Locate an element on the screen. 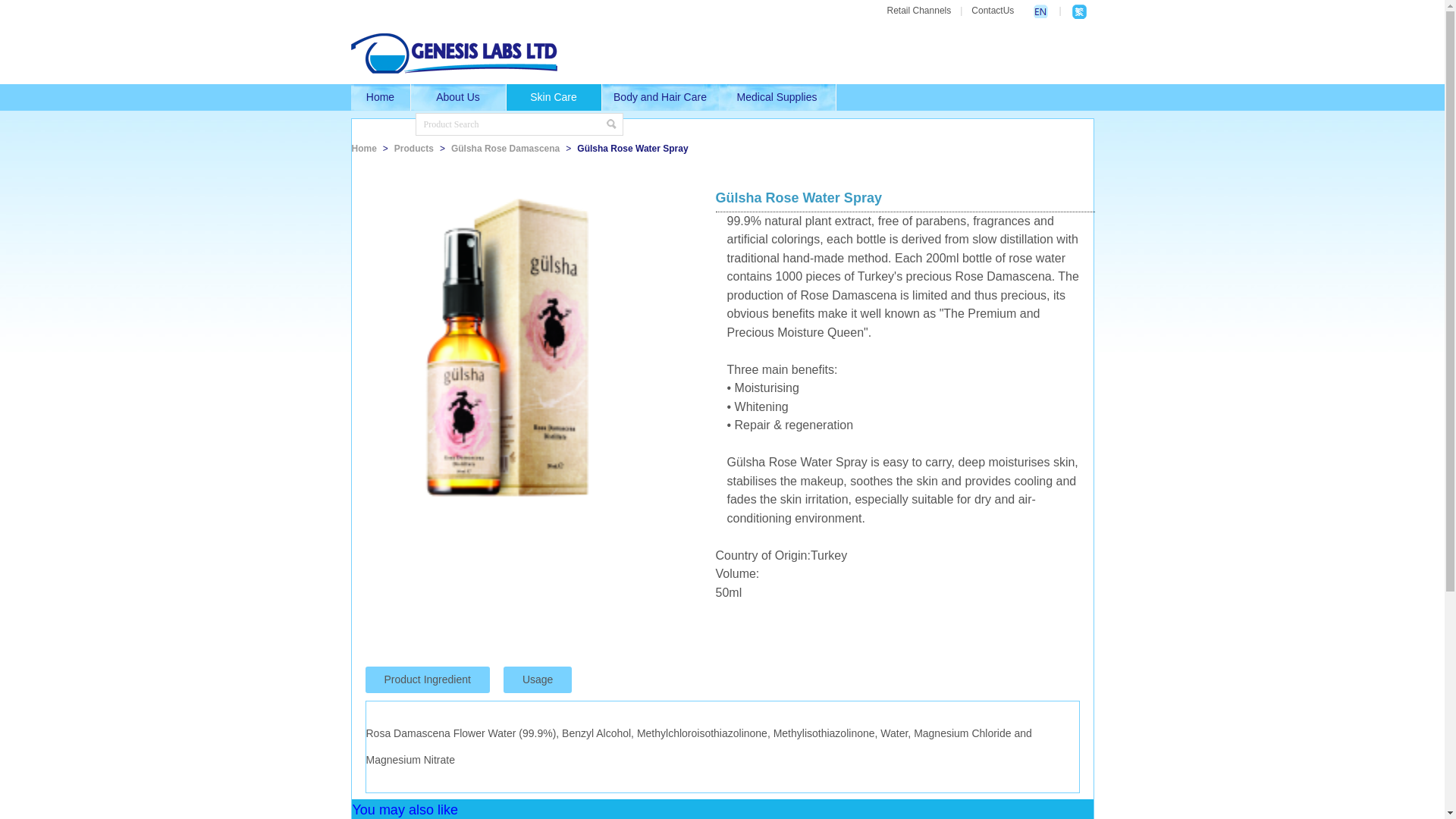  'Usage' is located at coordinates (538, 679).